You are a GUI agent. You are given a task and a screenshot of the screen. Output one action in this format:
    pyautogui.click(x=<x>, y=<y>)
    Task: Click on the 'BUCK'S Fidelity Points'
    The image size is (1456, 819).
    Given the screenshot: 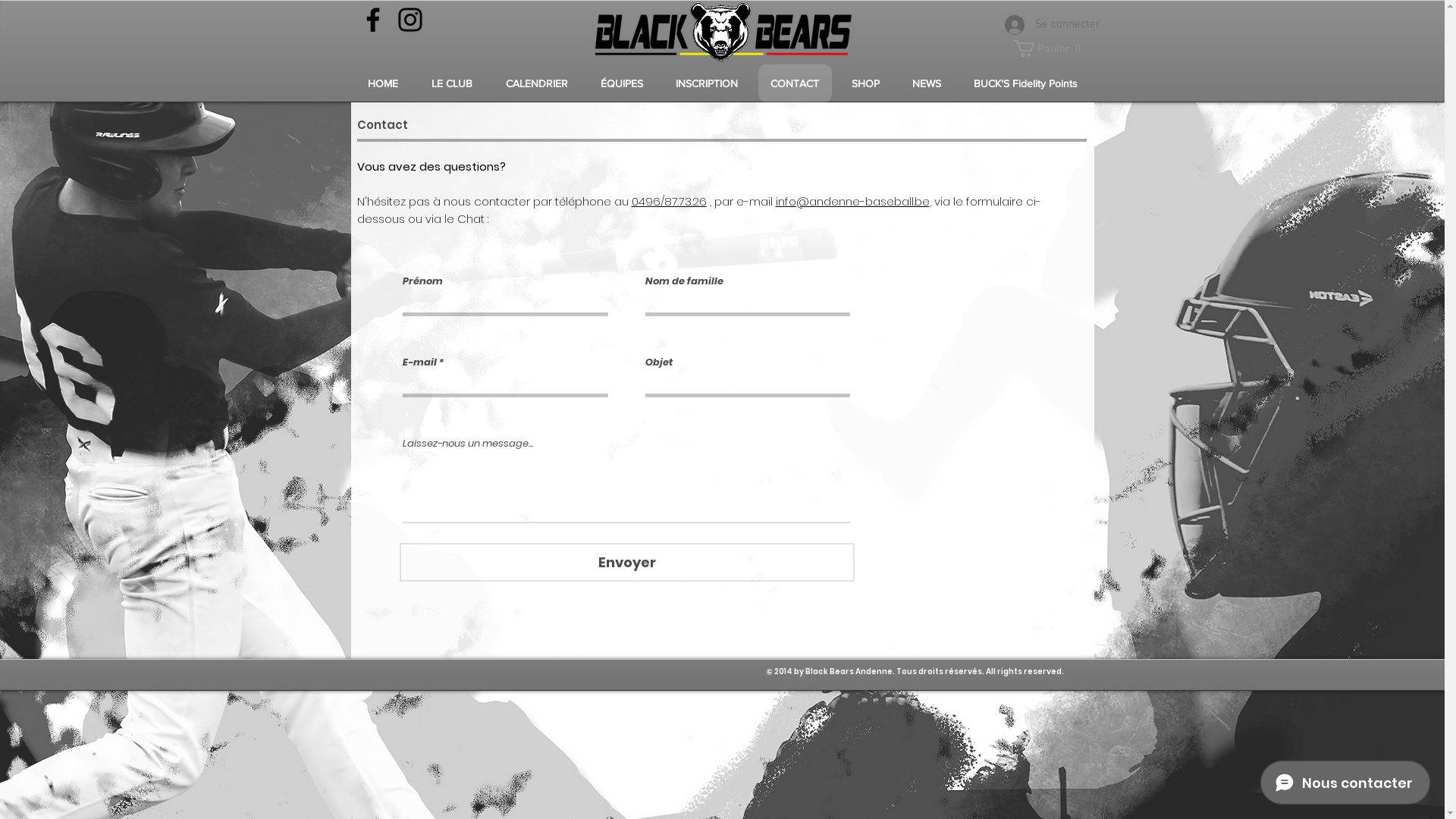 What is the action you would take?
    pyautogui.click(x=960, y=83)
    